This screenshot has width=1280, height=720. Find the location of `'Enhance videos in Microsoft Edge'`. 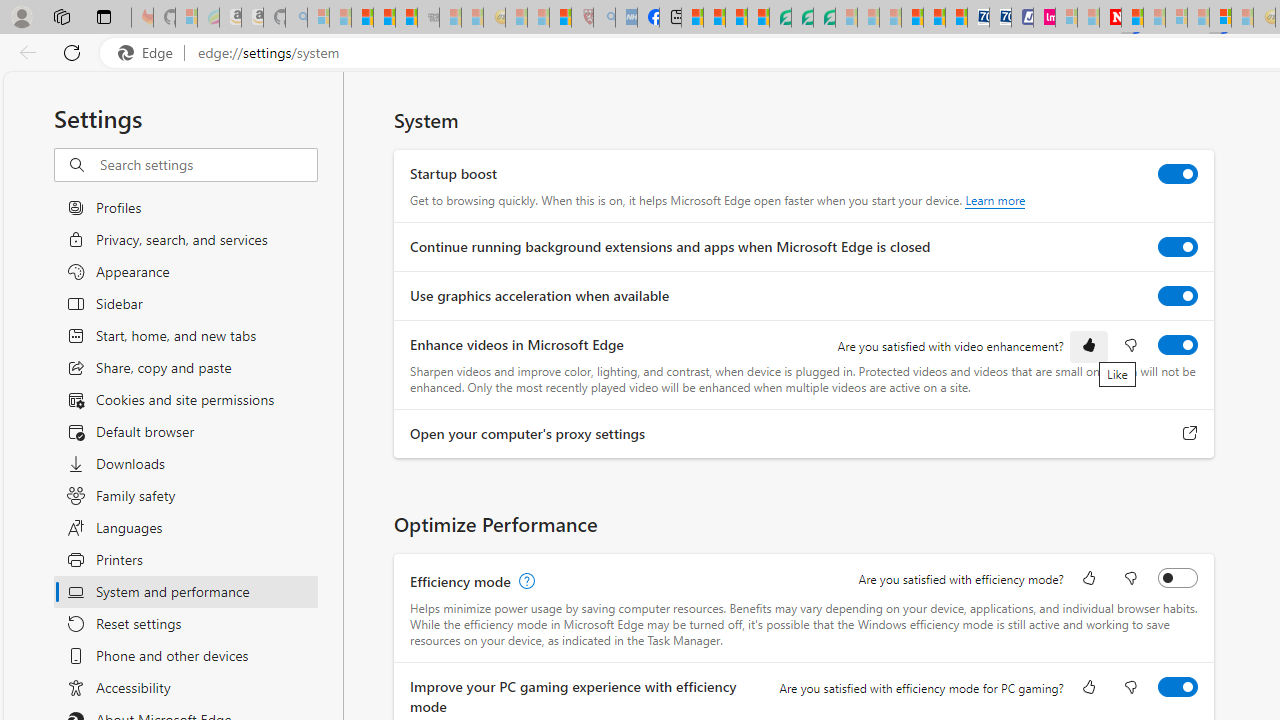

'Enhance videos in Microsoft Edge' is located at coordinates (1178, 343).